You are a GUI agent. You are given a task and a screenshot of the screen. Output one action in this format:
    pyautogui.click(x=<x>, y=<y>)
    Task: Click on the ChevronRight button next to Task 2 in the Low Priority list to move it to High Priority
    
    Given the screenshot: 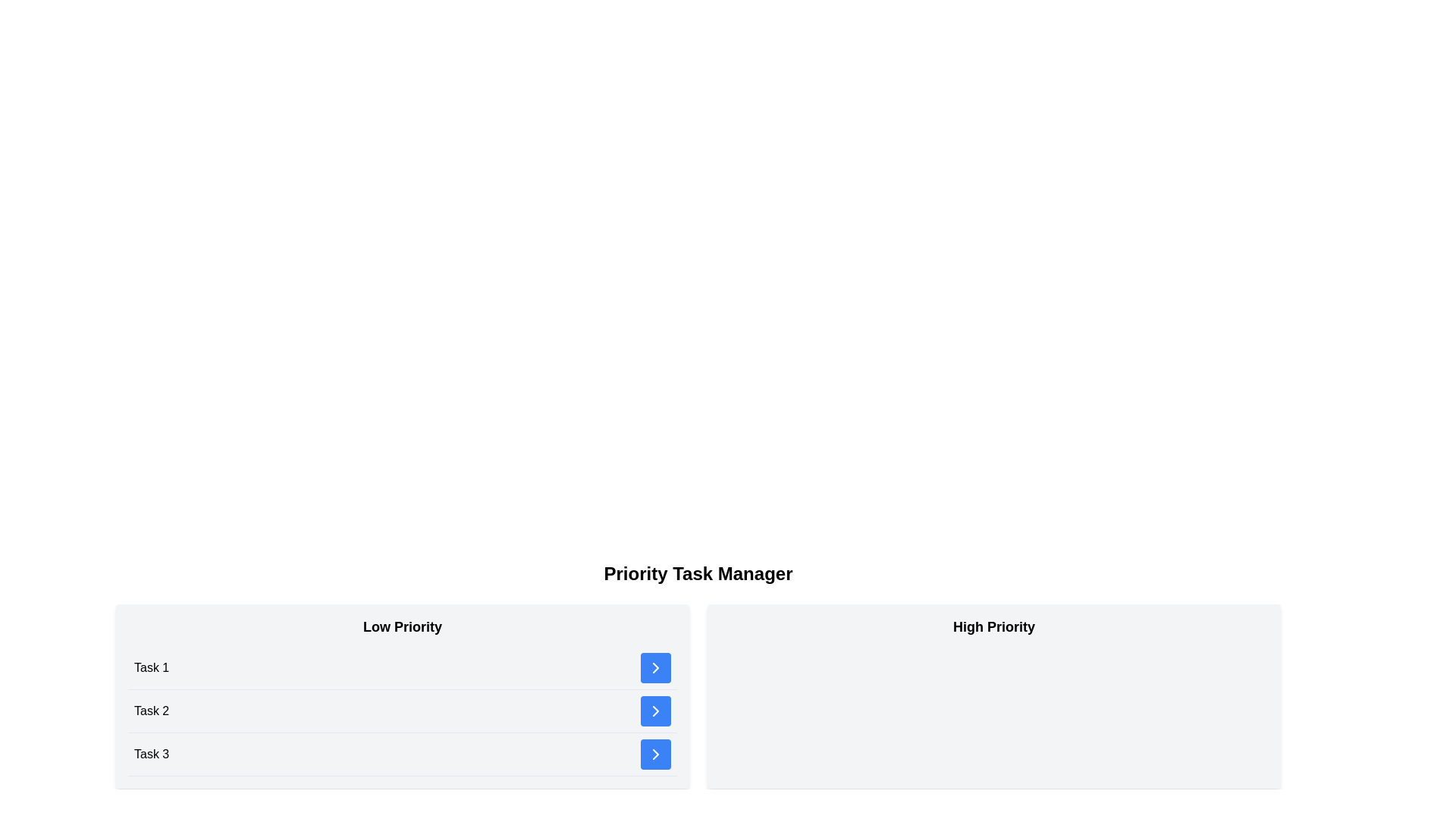 What is the action you would take?
    pyautogui.click(x=655, y=711)
    